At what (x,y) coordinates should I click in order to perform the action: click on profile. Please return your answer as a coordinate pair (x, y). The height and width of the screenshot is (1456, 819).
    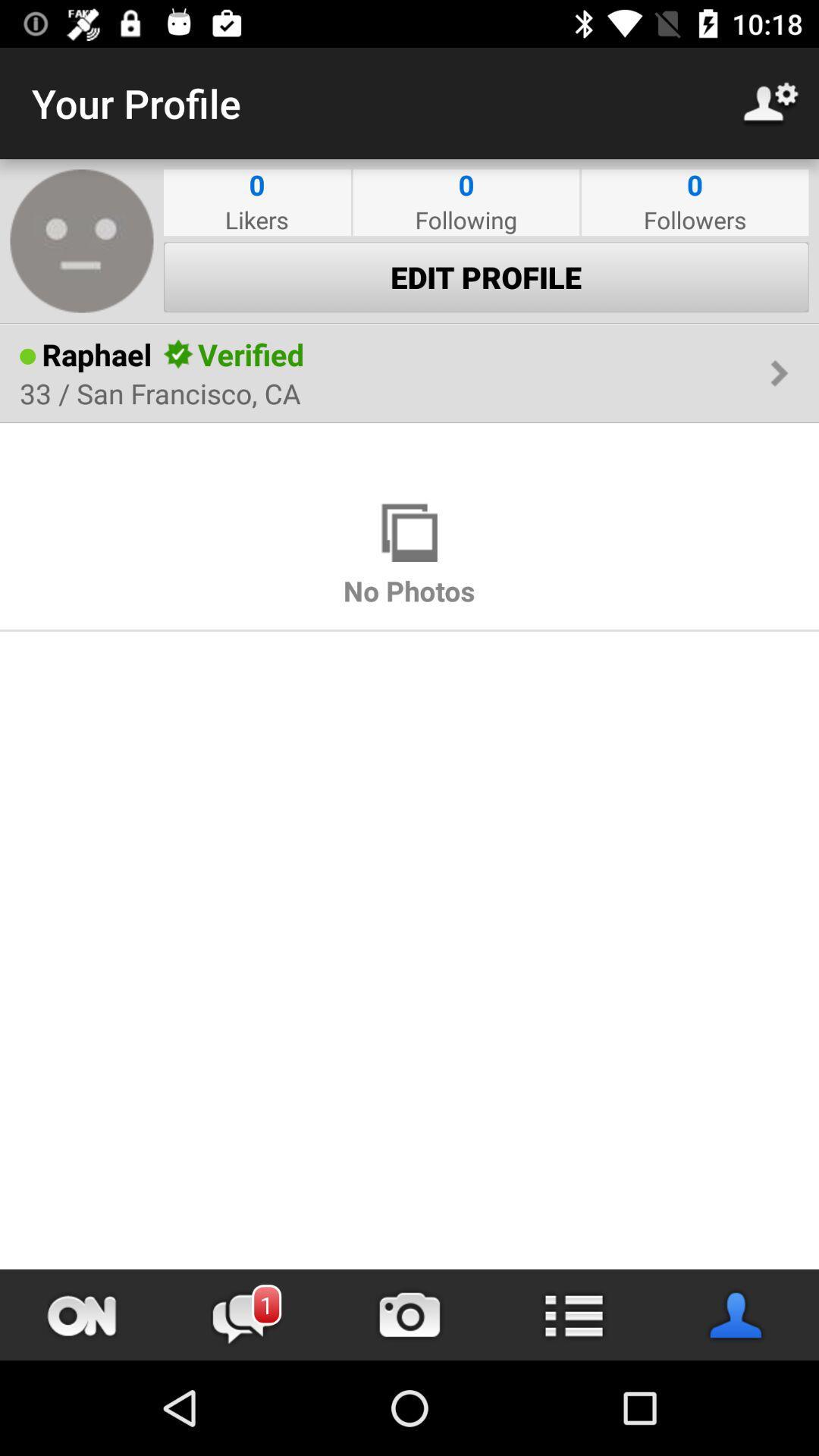
    Looking at the image, I should click on (736, 1314).